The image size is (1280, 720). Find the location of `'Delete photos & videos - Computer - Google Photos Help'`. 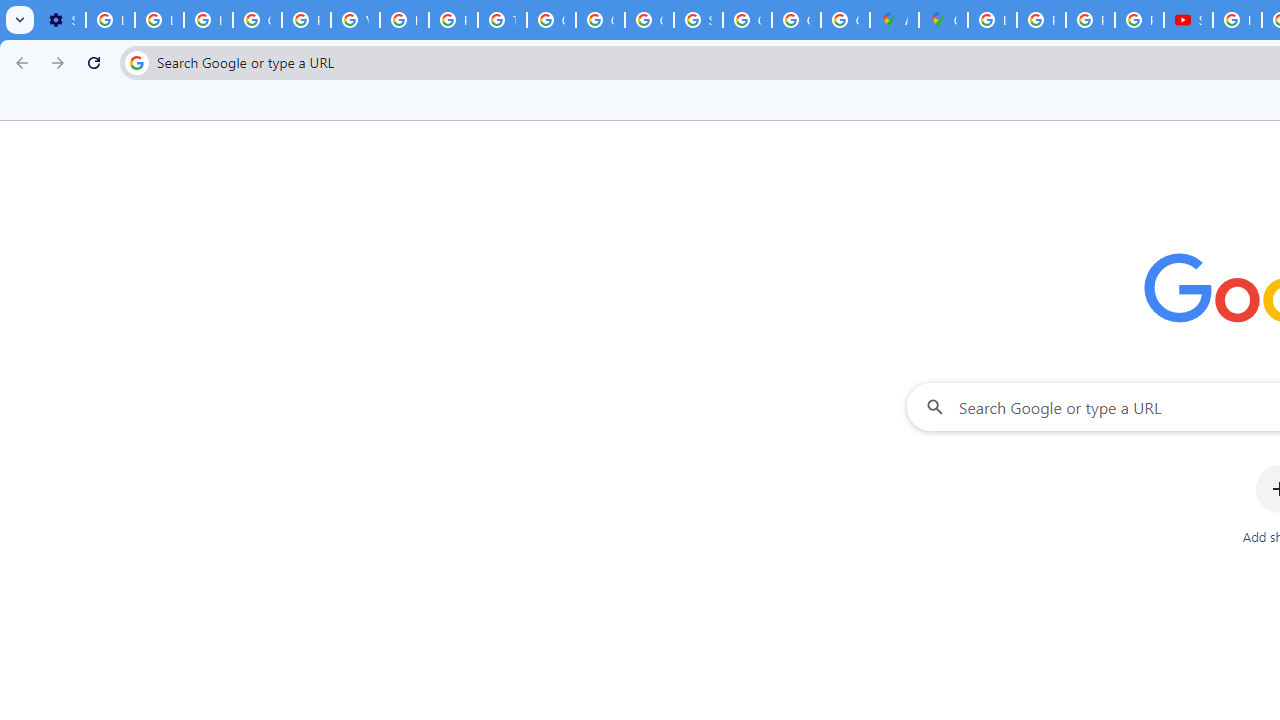

'Delete photos & videos - Computer - Google Photos Help' is located at coordinates (109, 20).